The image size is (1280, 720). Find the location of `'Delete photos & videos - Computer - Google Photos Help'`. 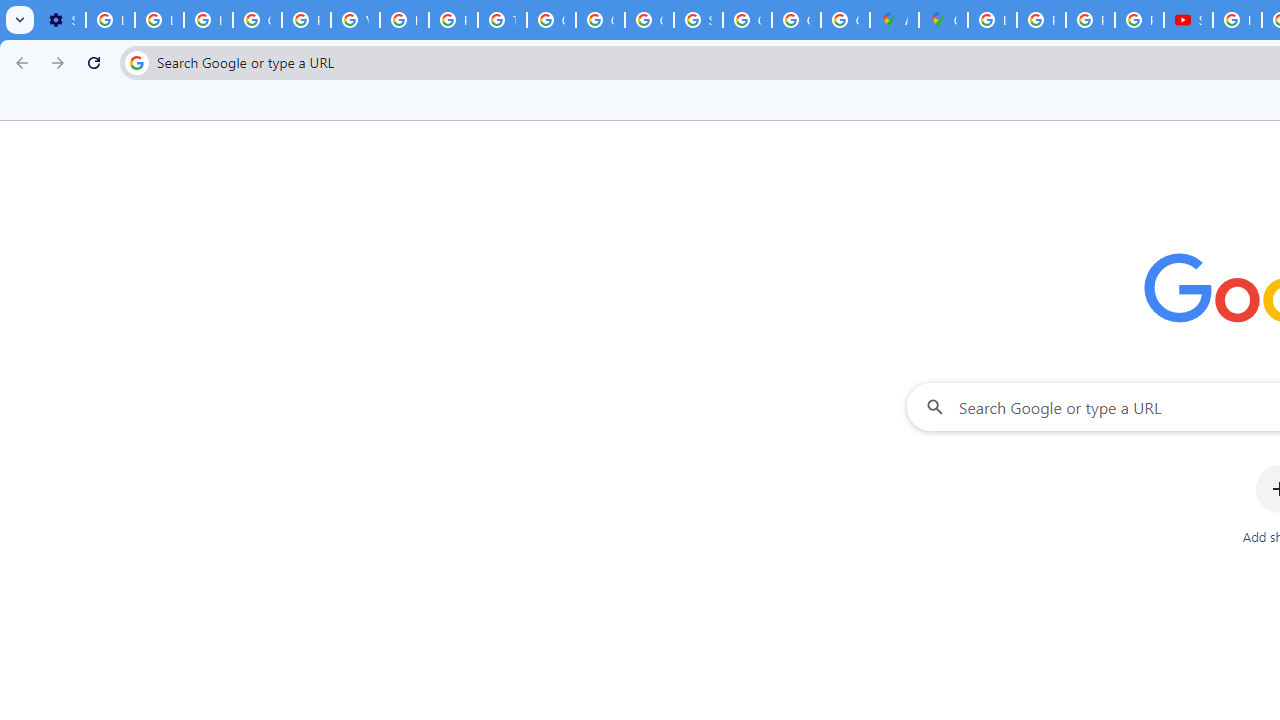

'Delete photos & videos - Computer - Google Photos Help' is located at coordinates (109, 20).